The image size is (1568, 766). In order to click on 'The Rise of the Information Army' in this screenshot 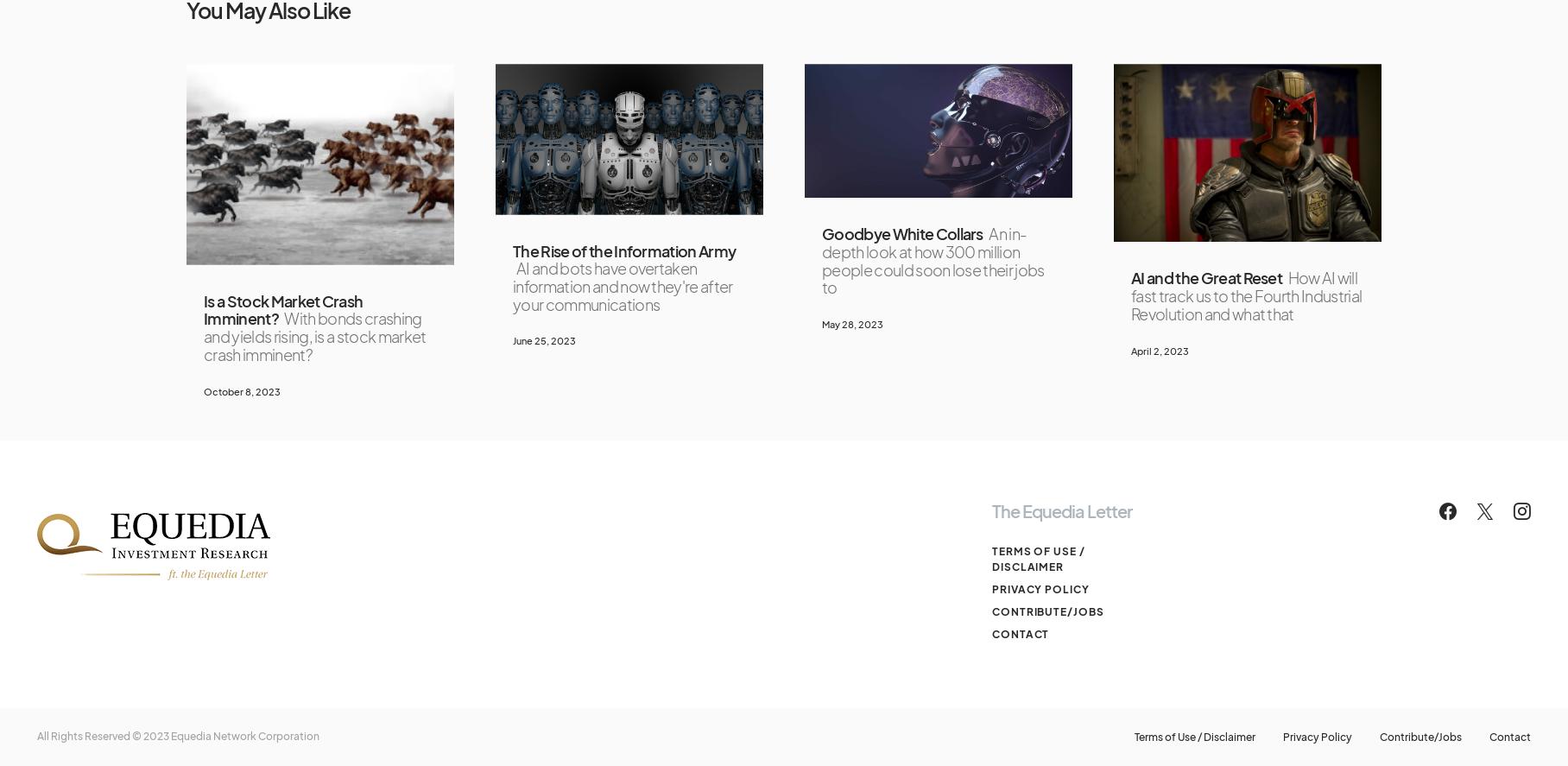, I will do `click(623, 249)`.